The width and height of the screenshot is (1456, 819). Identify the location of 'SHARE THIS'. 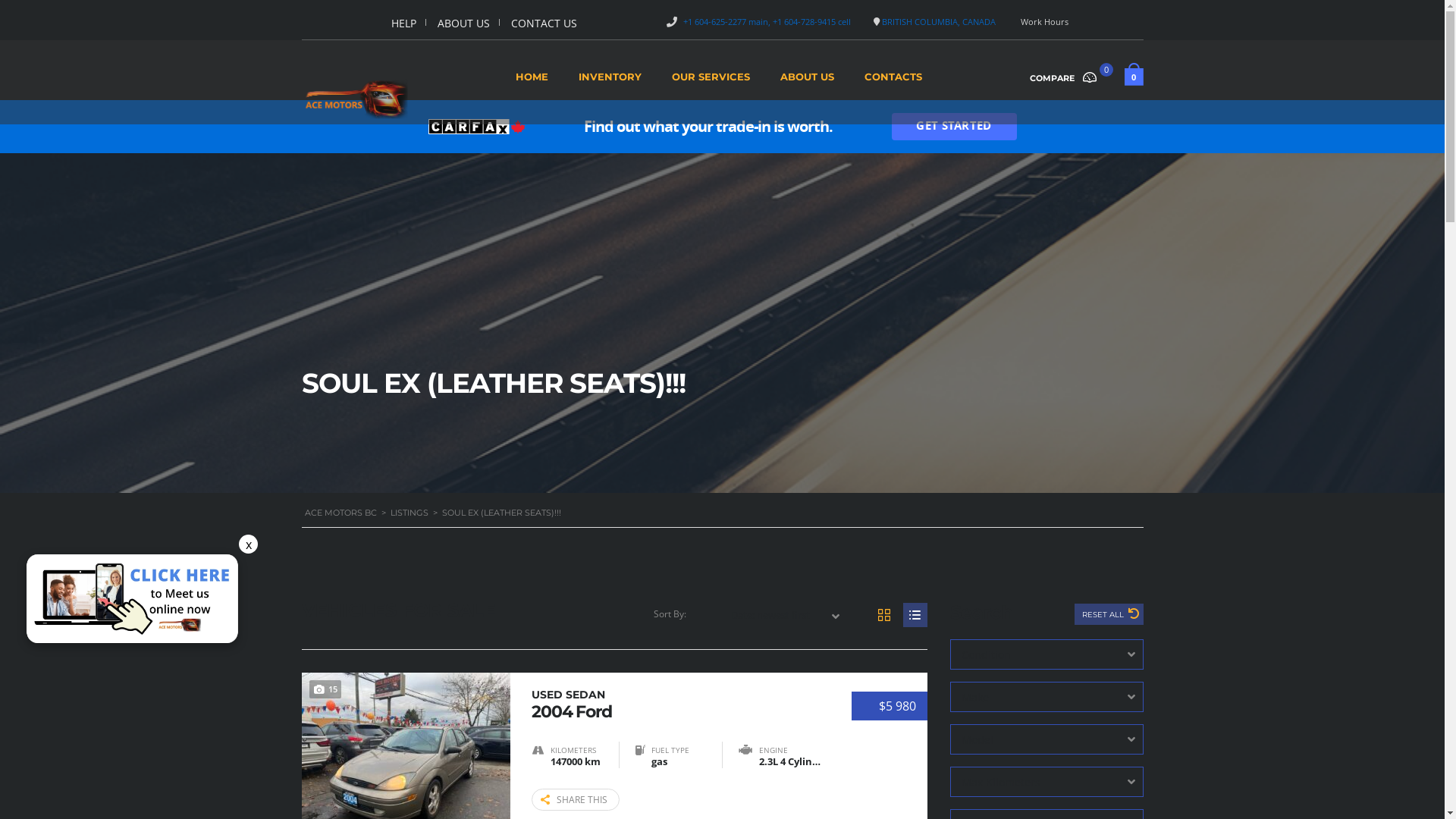
(574, 799).